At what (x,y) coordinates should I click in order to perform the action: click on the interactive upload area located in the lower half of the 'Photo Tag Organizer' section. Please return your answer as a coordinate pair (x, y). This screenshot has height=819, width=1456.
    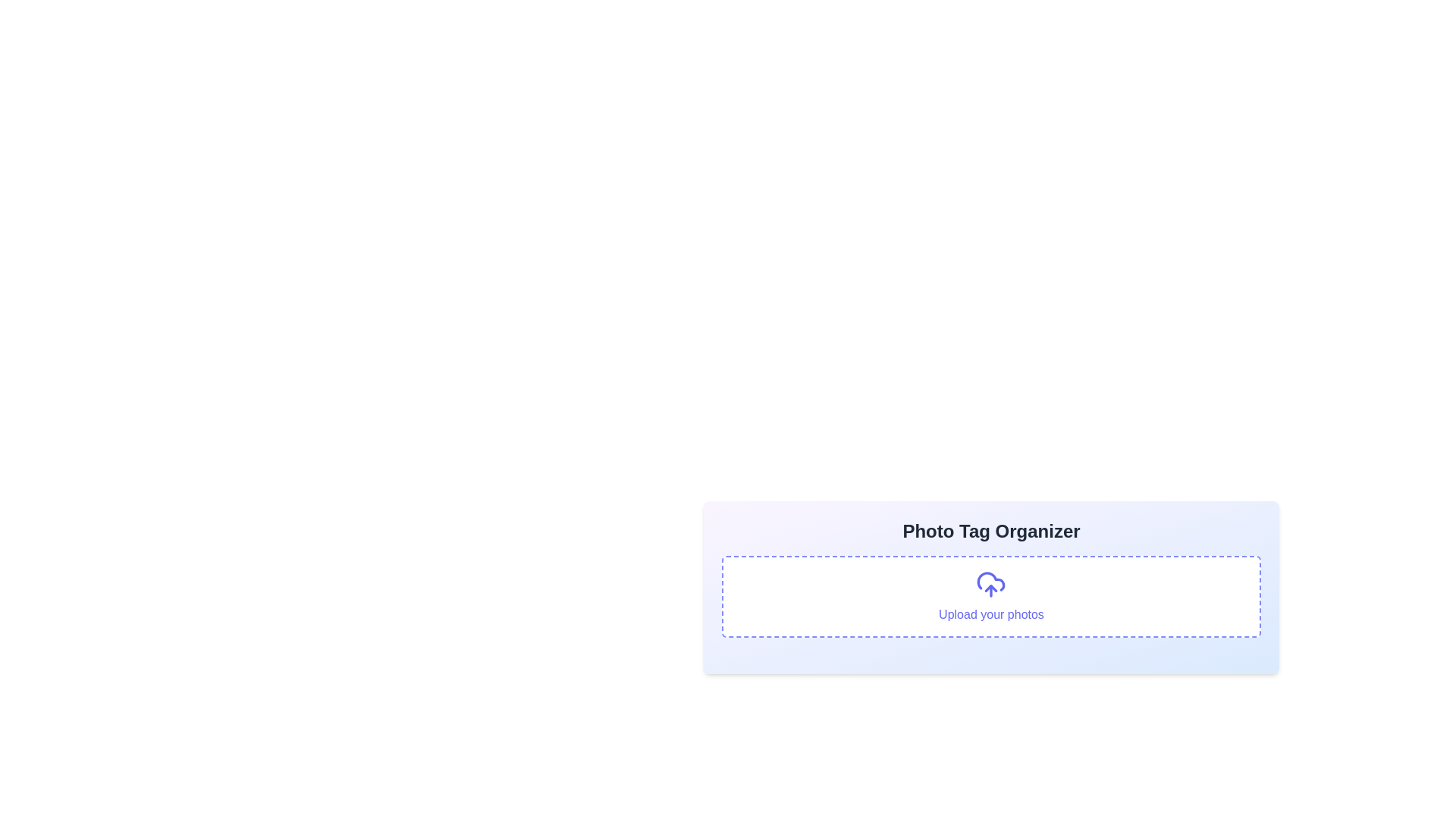
    Looking at the image, I should click on (991, 595).